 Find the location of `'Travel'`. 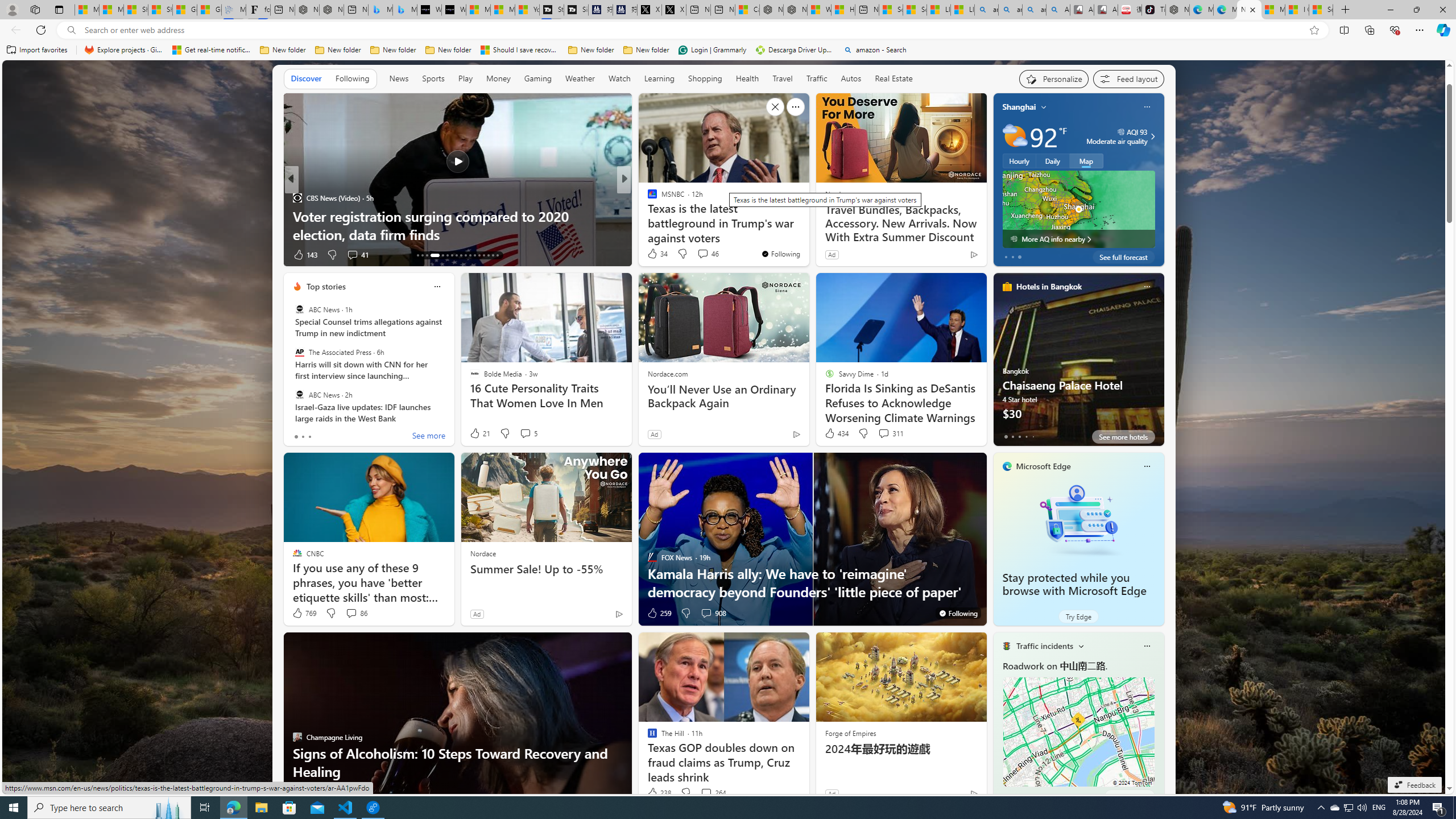

'Travel' is located at coordinates (782, 78).